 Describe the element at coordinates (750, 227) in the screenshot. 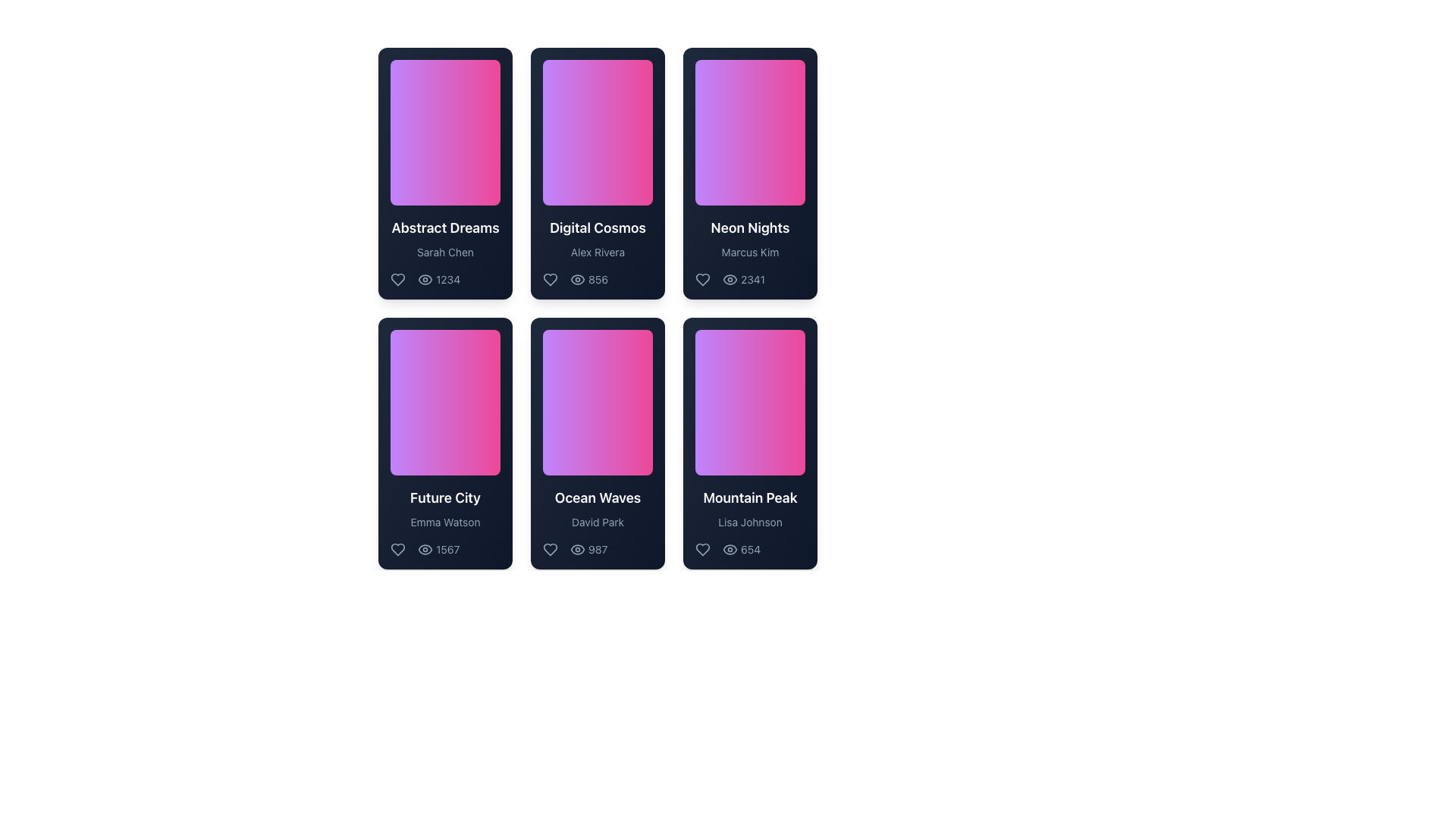

I see `text displayed in the title section of the third card in the first row, located directly below the top visual gradient section and above the subtitle 'Marcus Kim'` at that location.